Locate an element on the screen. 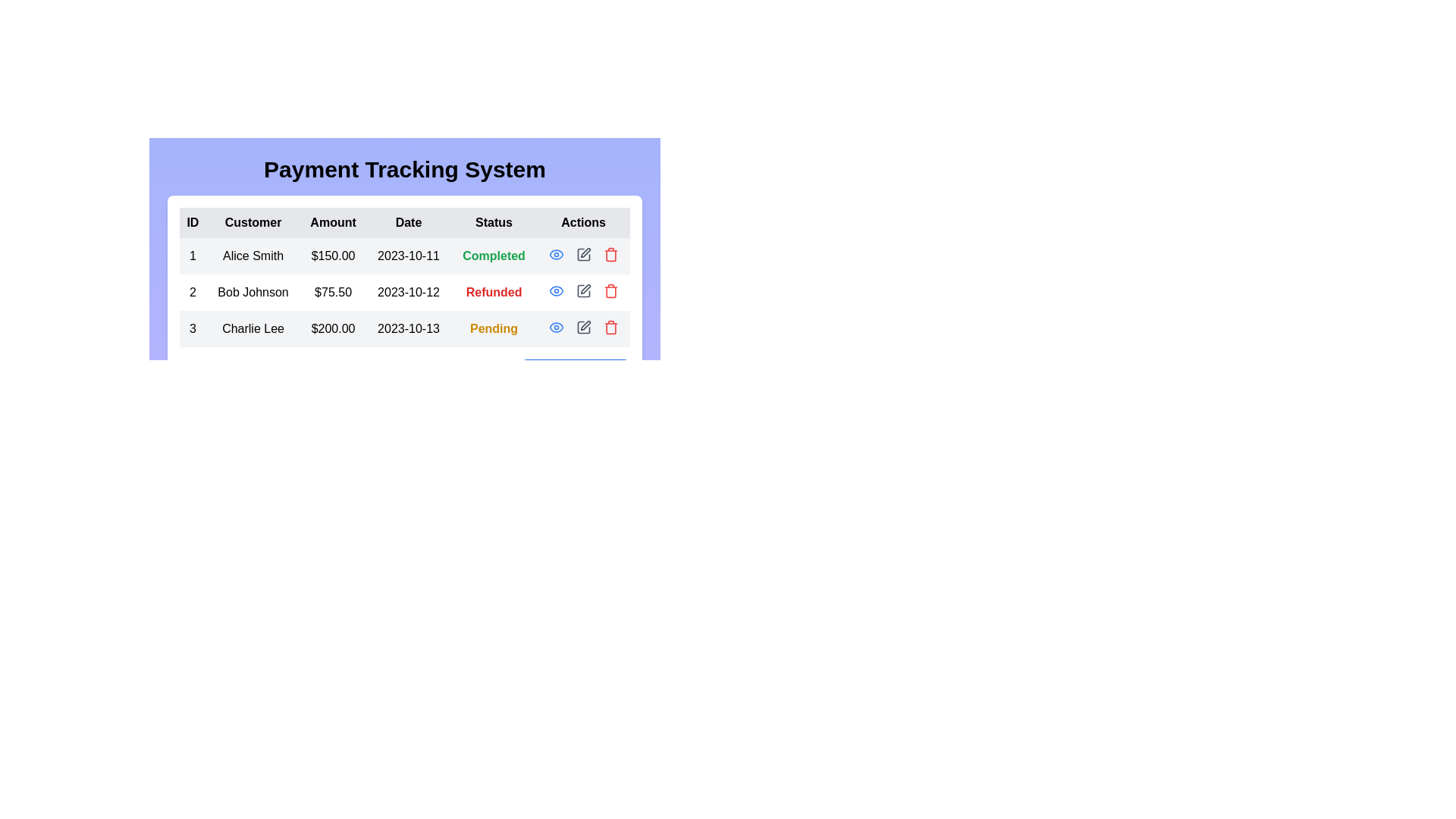 This screenshot has height=819, width=1456. the text label displaying 'Alice Smith' in the 'Customer' column of the first row of the table is located at coordinates (253, 256).